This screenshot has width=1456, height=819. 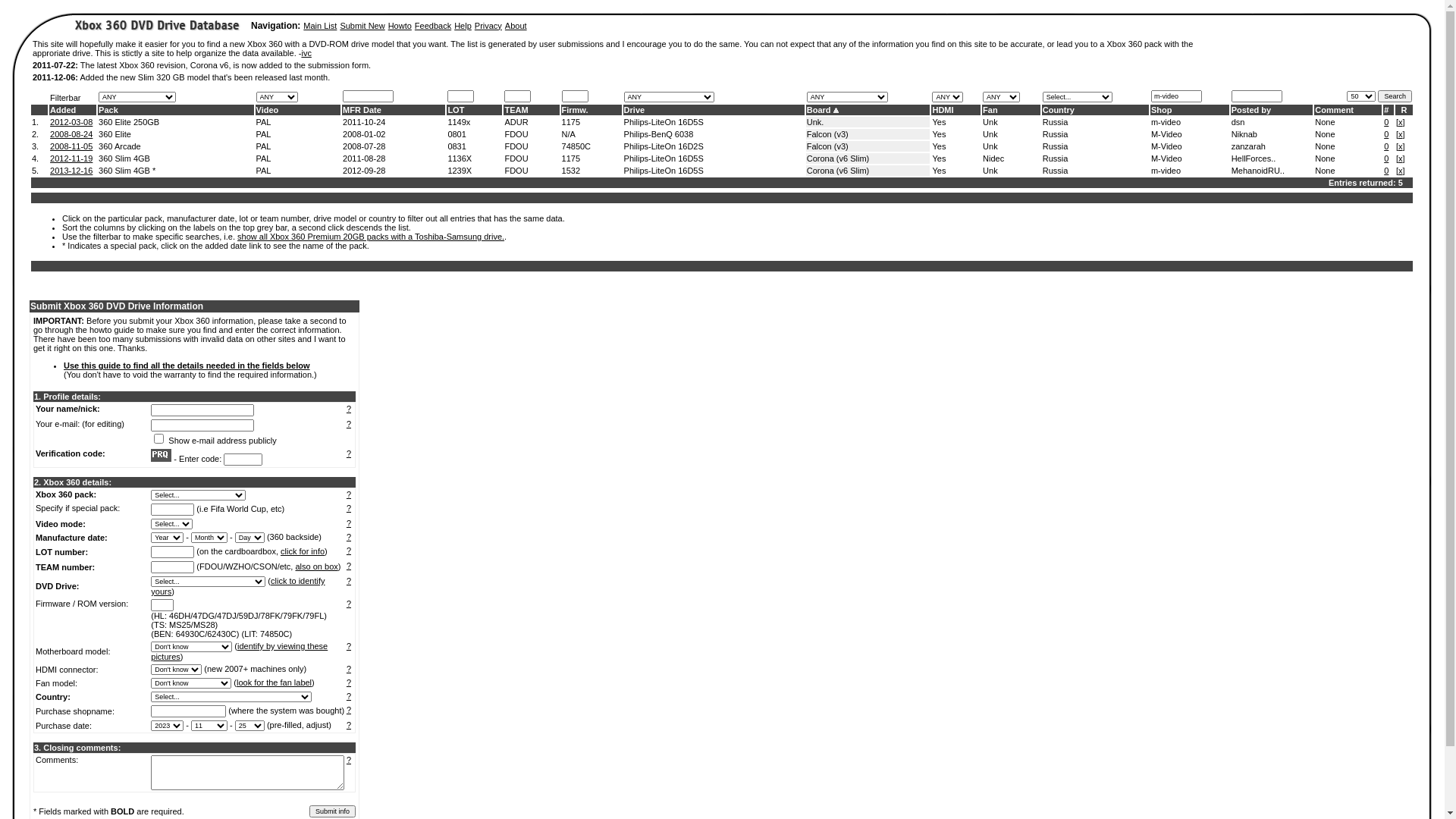 What do you see at coordinates (827, 146) in the screenshot?
I see `'Falcon (v3)'` at bounding box center [827, 146].